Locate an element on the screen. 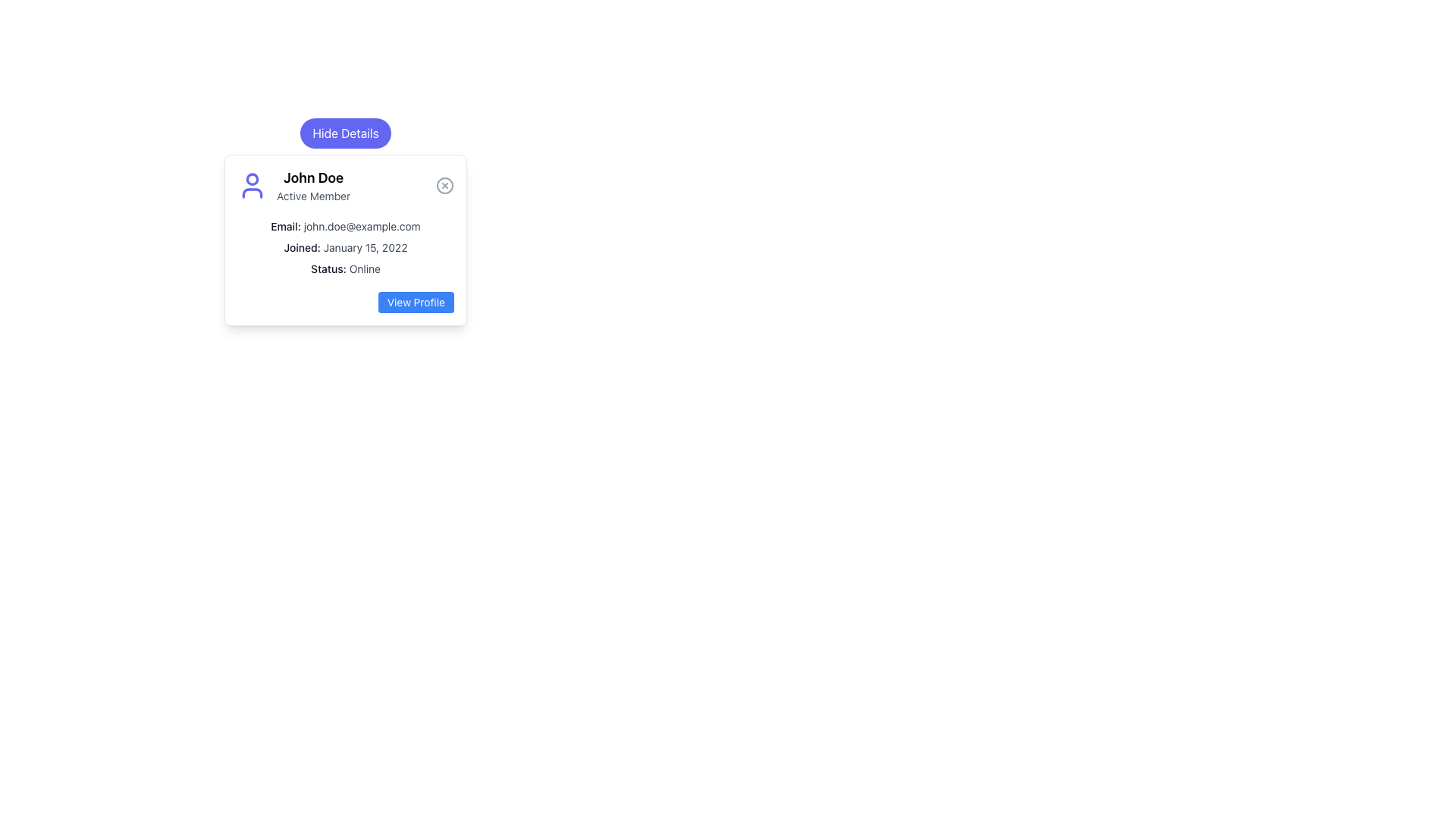  the 'Active Member' text label located below the name 'John Doe' within the profile card is located at coordinates (312, 195).